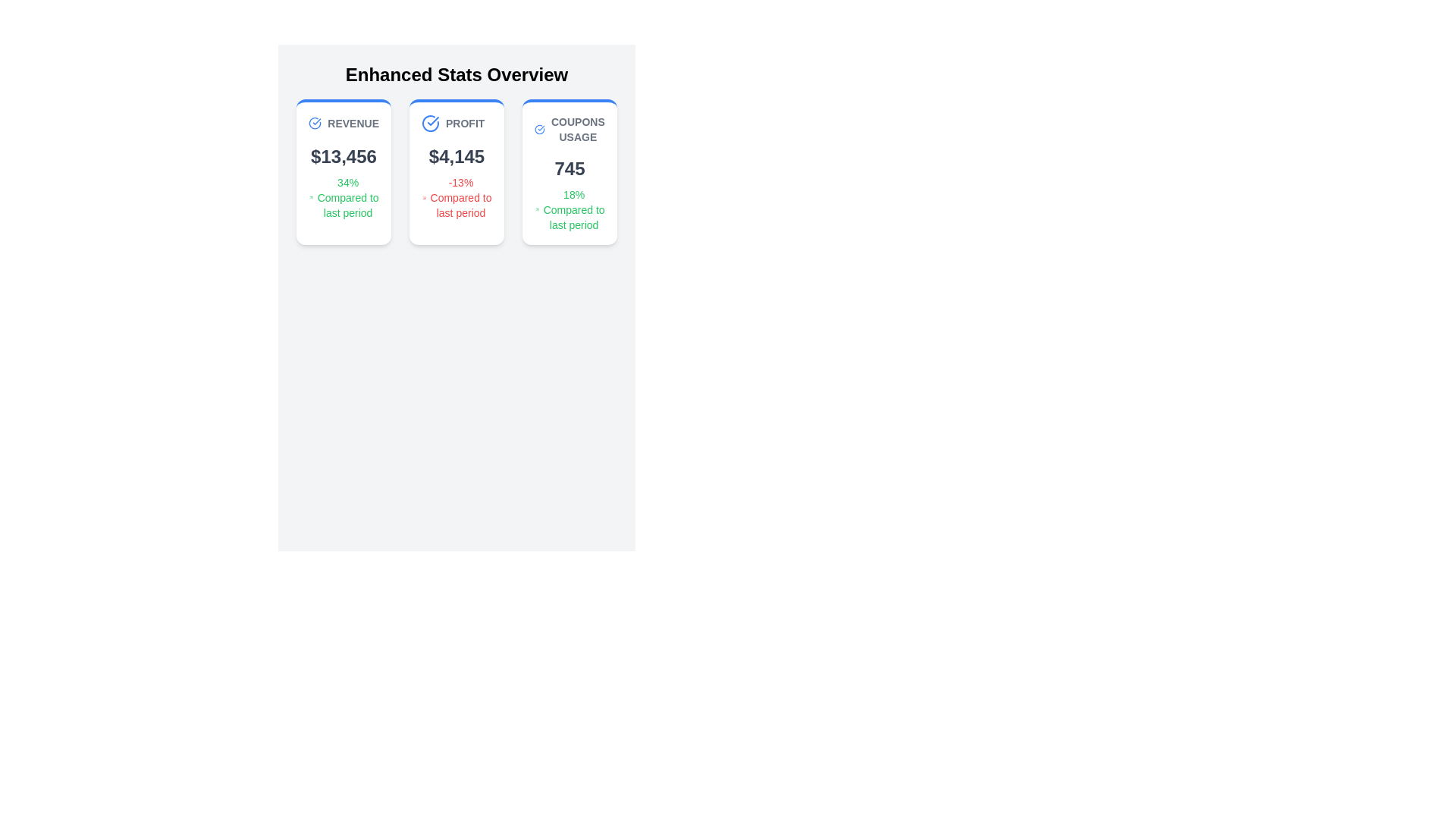 The width and height of the screenshot is (1456, 819). What do you see at coordinates (343, 197) in the screenshot?
I see `the informational text reading '34% Compared to last period' with a green upward-right arrow icon, located within the 'REVENUE' card, positioned directly below the large text '$13,456'` at bounding box center [343, 197].